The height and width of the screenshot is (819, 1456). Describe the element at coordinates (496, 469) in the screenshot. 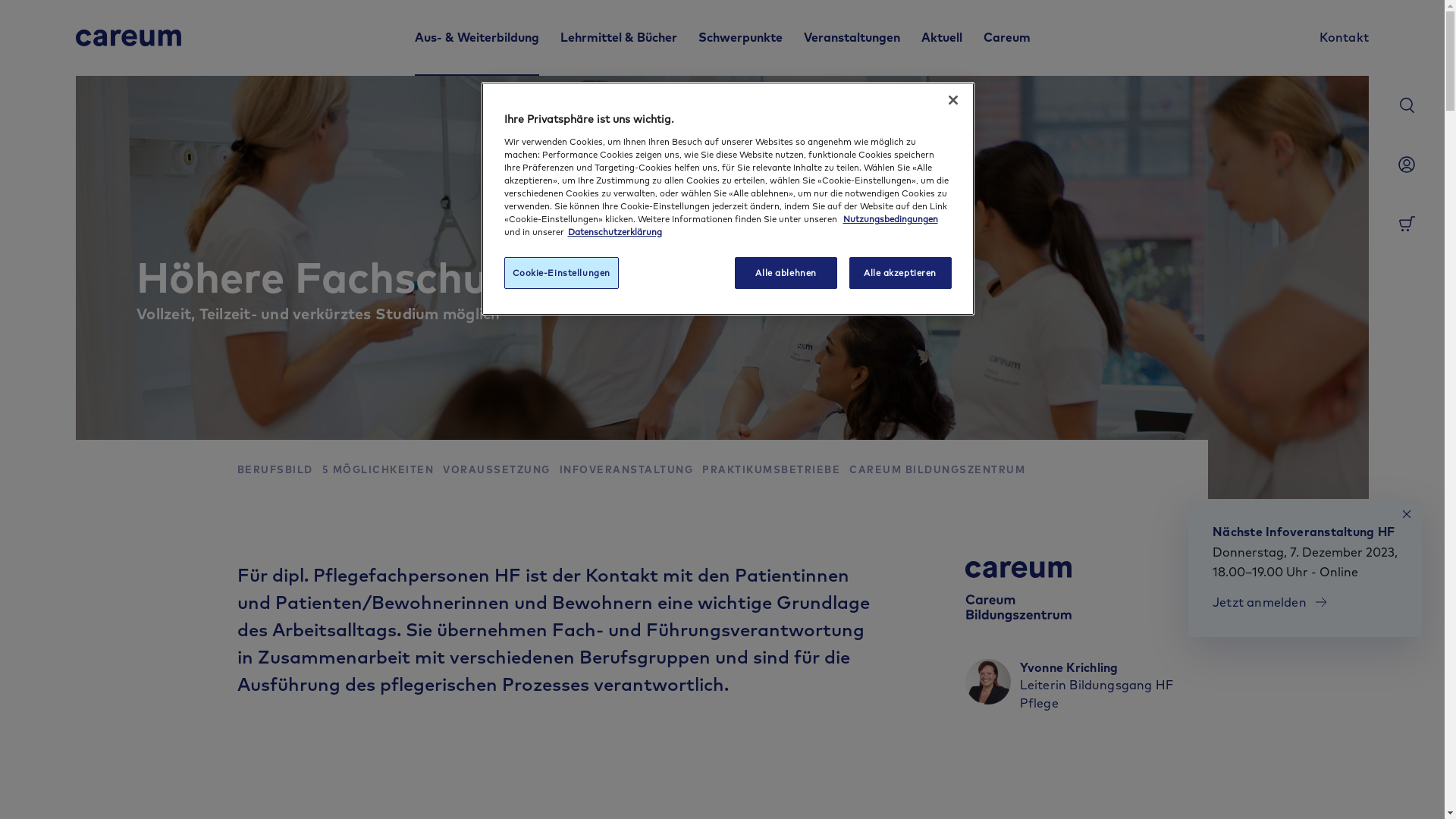

I see `'VORAUSSETZUNG'` at that location.